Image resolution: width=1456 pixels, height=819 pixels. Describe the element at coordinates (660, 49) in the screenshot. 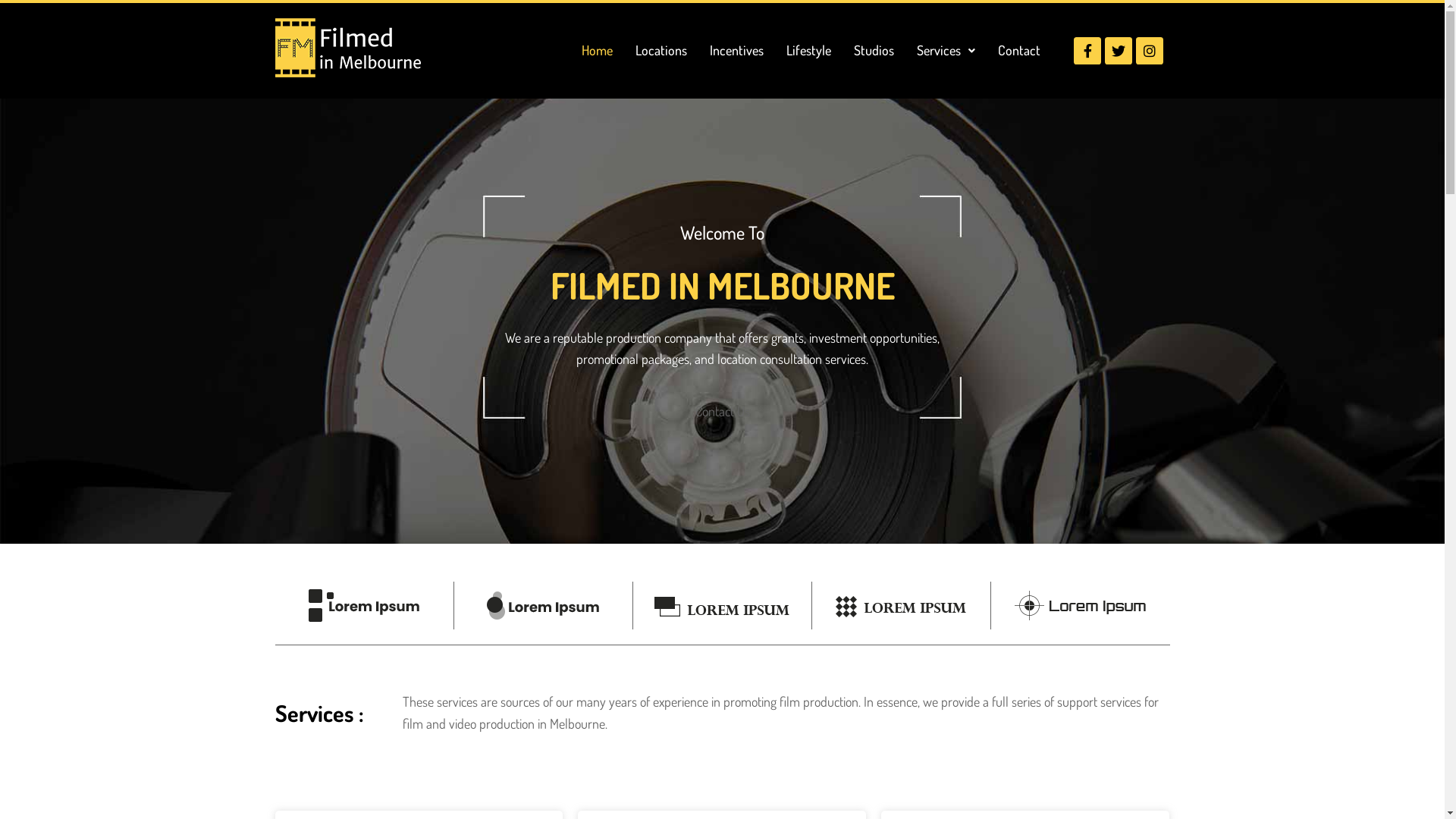

I see `'Locations'` at that location.